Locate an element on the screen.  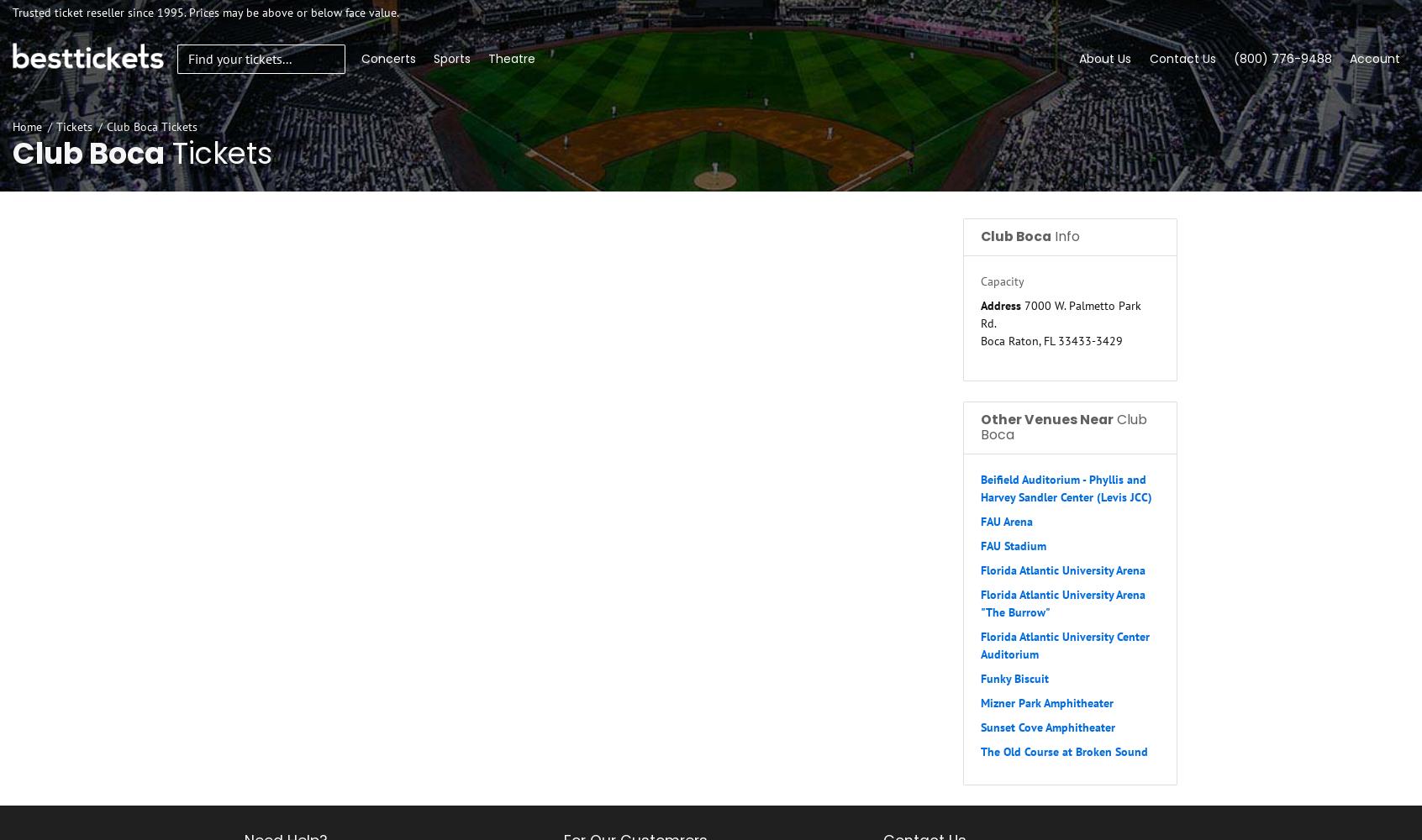
'Florida Atlantic University Arena "The Burrow"' is located at coordinates (1062, 602).